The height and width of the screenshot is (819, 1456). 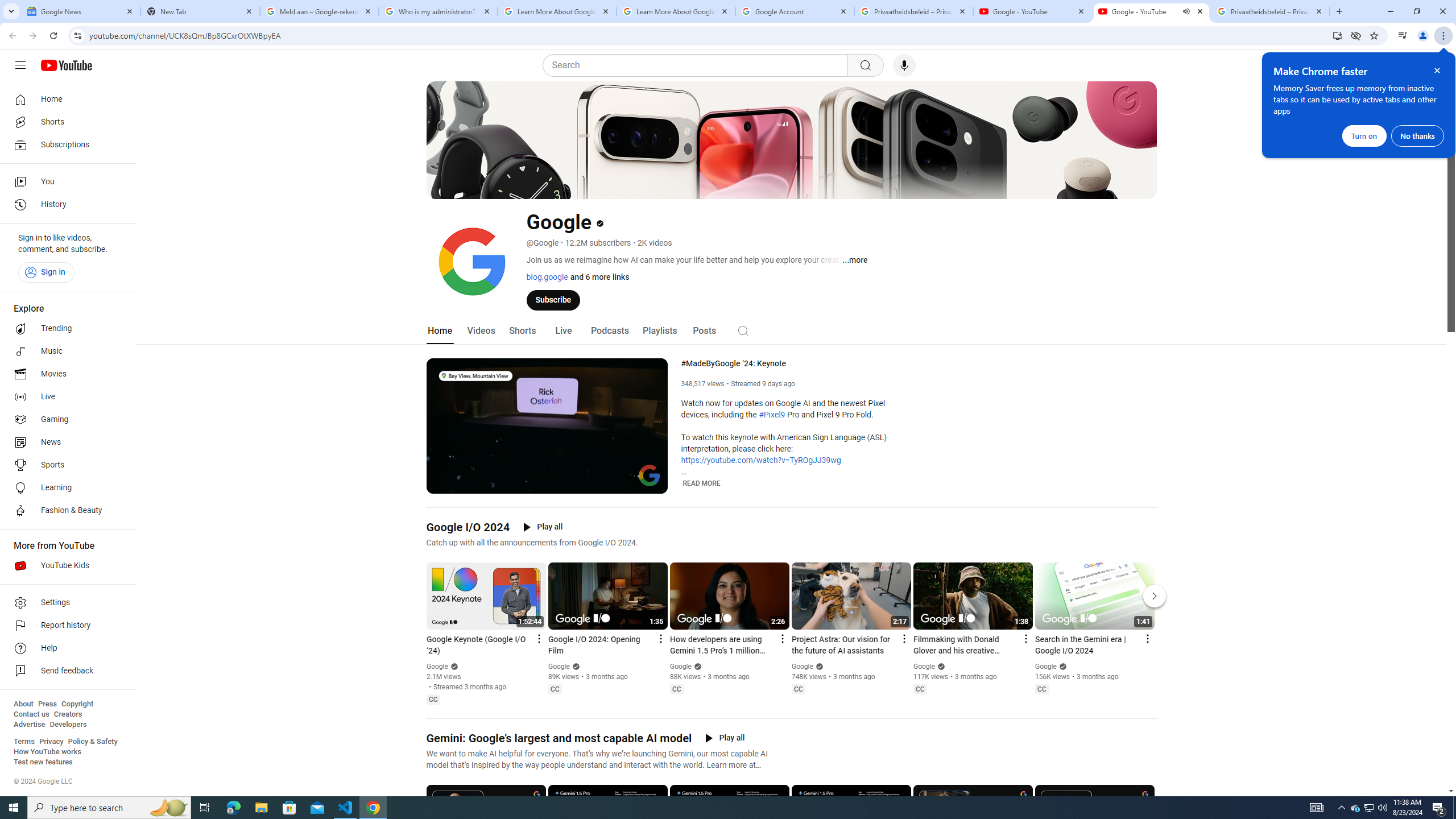 I want to click on 'Developers', so click(x=68, y=723).